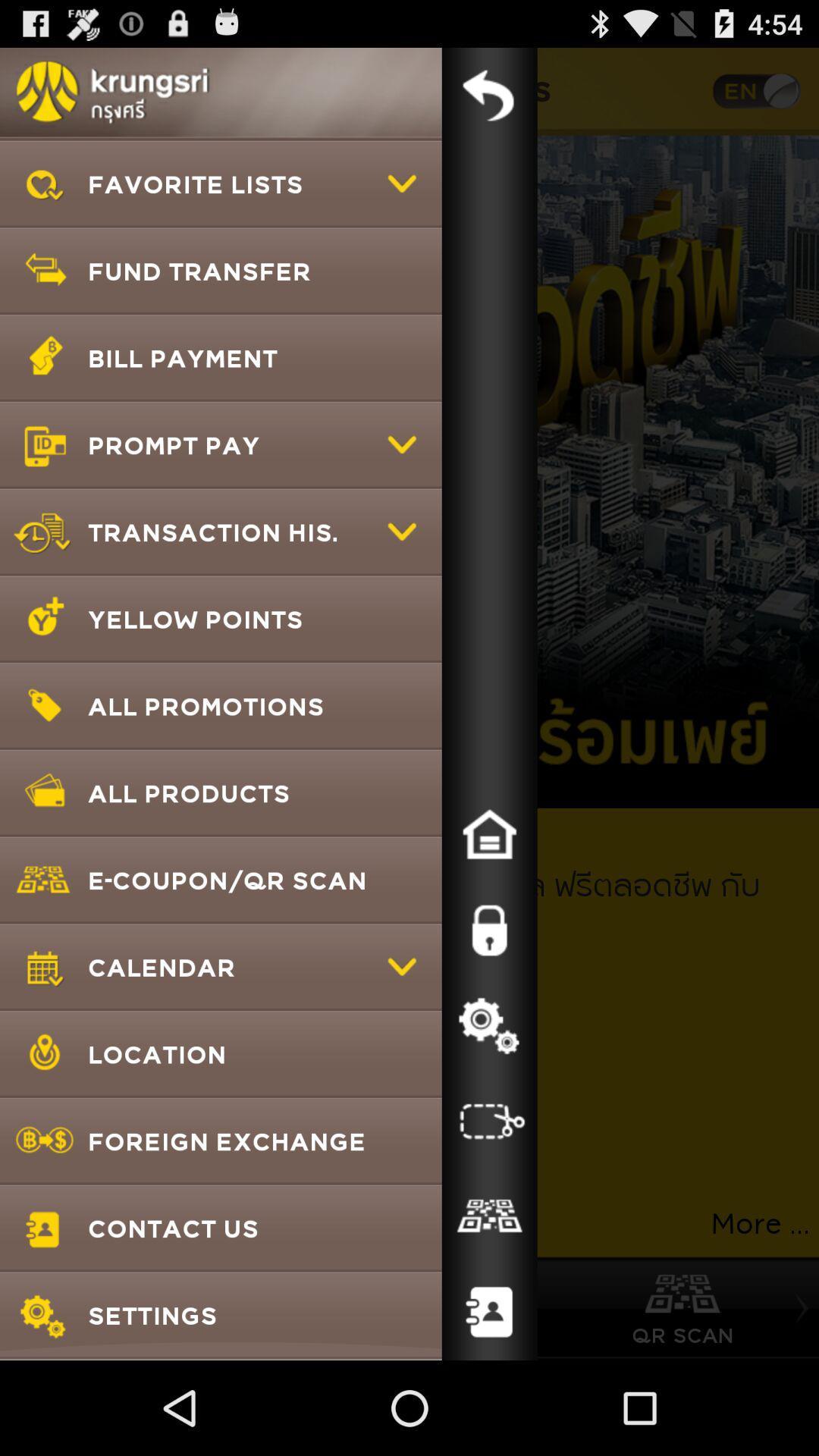 Image resolution: width=819 pixels, height=1456 pixels. Describe the element at coordinates (489, 1121) in the screenshot. I see `item next to the location icon` at that location.